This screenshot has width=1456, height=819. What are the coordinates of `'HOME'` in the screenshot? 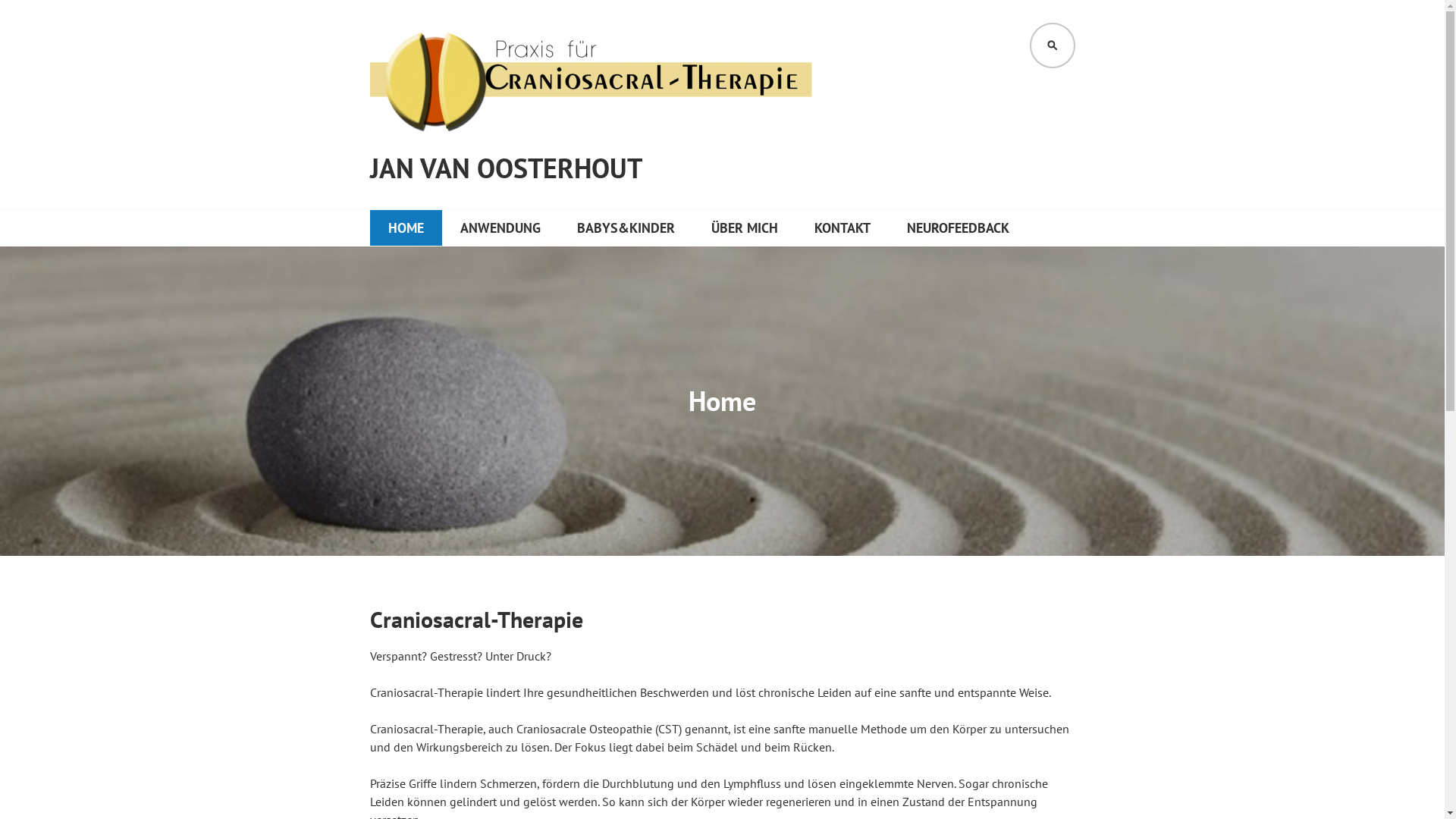 It's located at (406, 227).